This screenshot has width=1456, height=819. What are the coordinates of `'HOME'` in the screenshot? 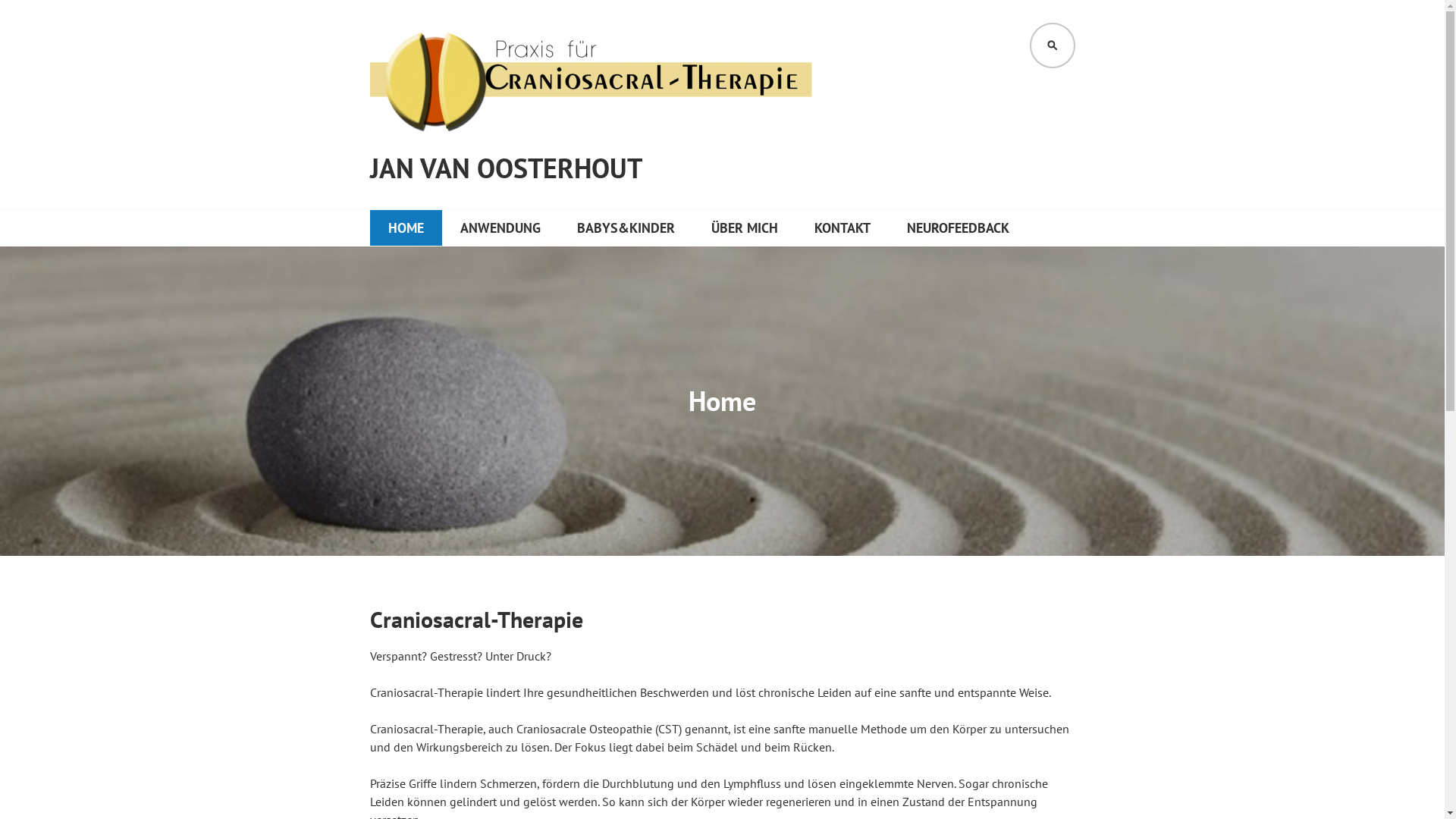 It's located at (406, 227).